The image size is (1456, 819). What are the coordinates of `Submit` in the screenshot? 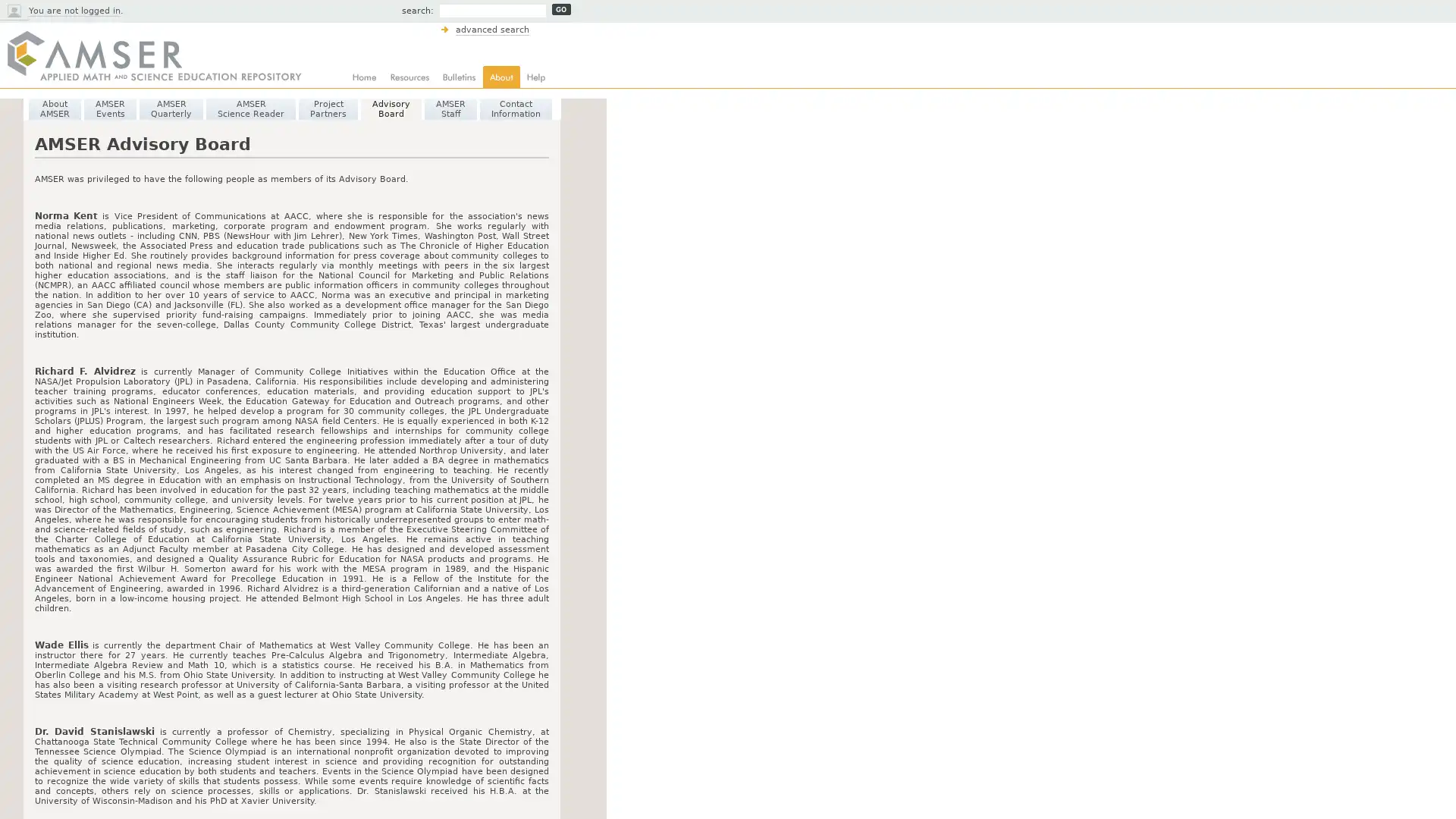 It's located at (560, 9).